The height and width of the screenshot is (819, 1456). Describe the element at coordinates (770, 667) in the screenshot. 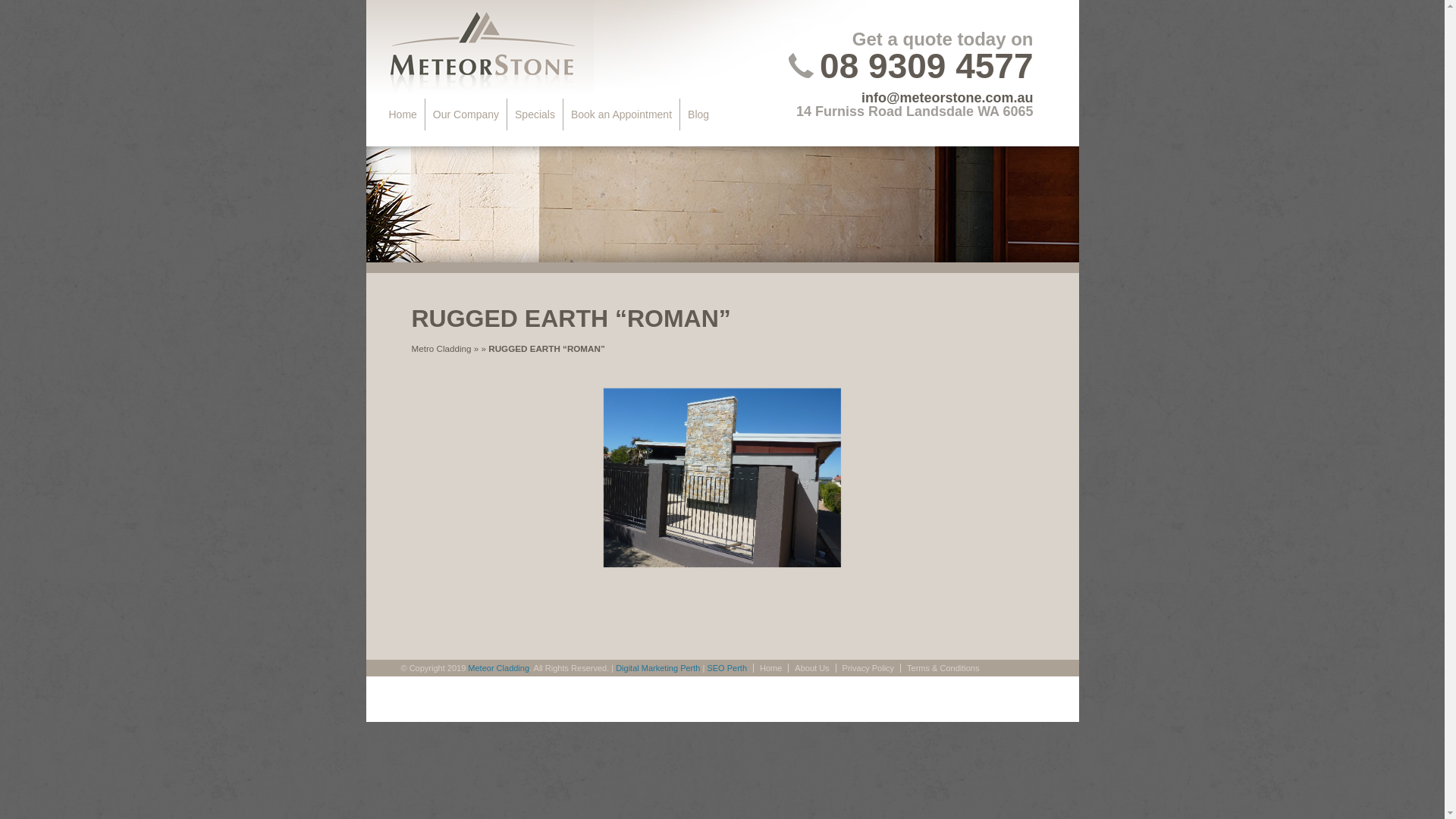

I see `'Home'` at that location.